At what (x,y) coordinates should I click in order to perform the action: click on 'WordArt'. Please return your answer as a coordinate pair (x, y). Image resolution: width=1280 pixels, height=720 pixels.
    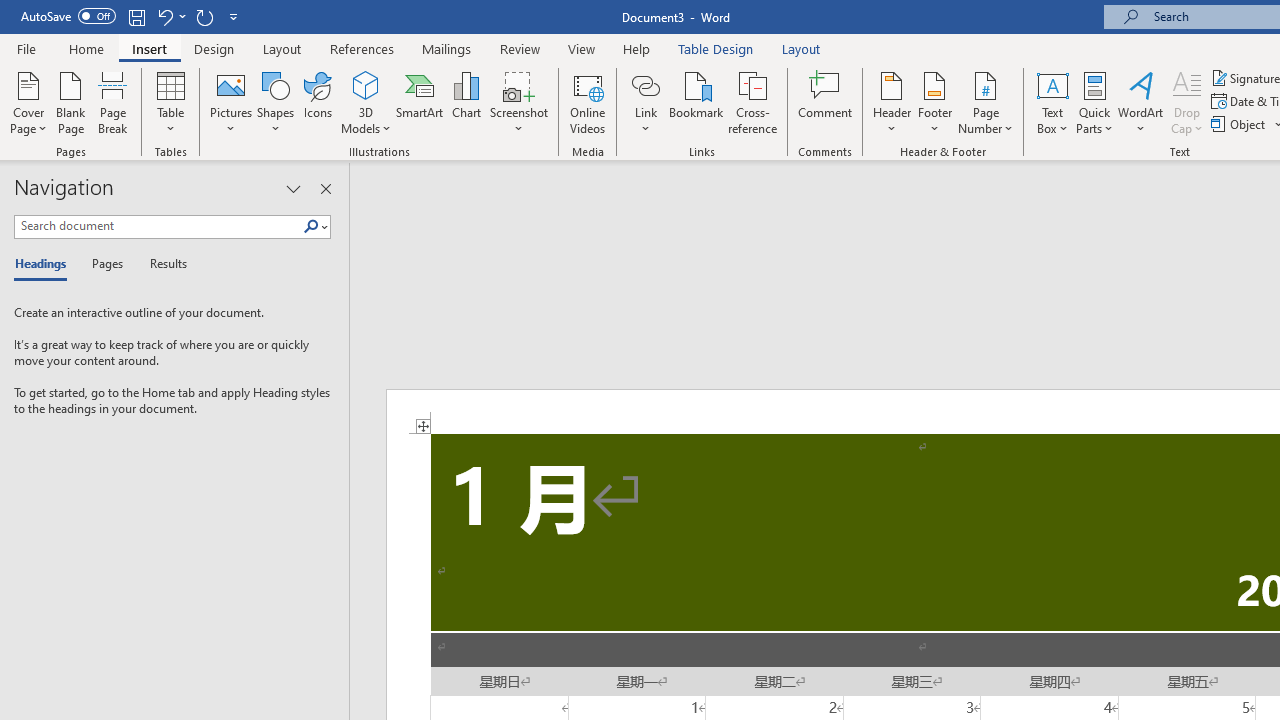
    Looking at the image, I should click on (1141, 103).